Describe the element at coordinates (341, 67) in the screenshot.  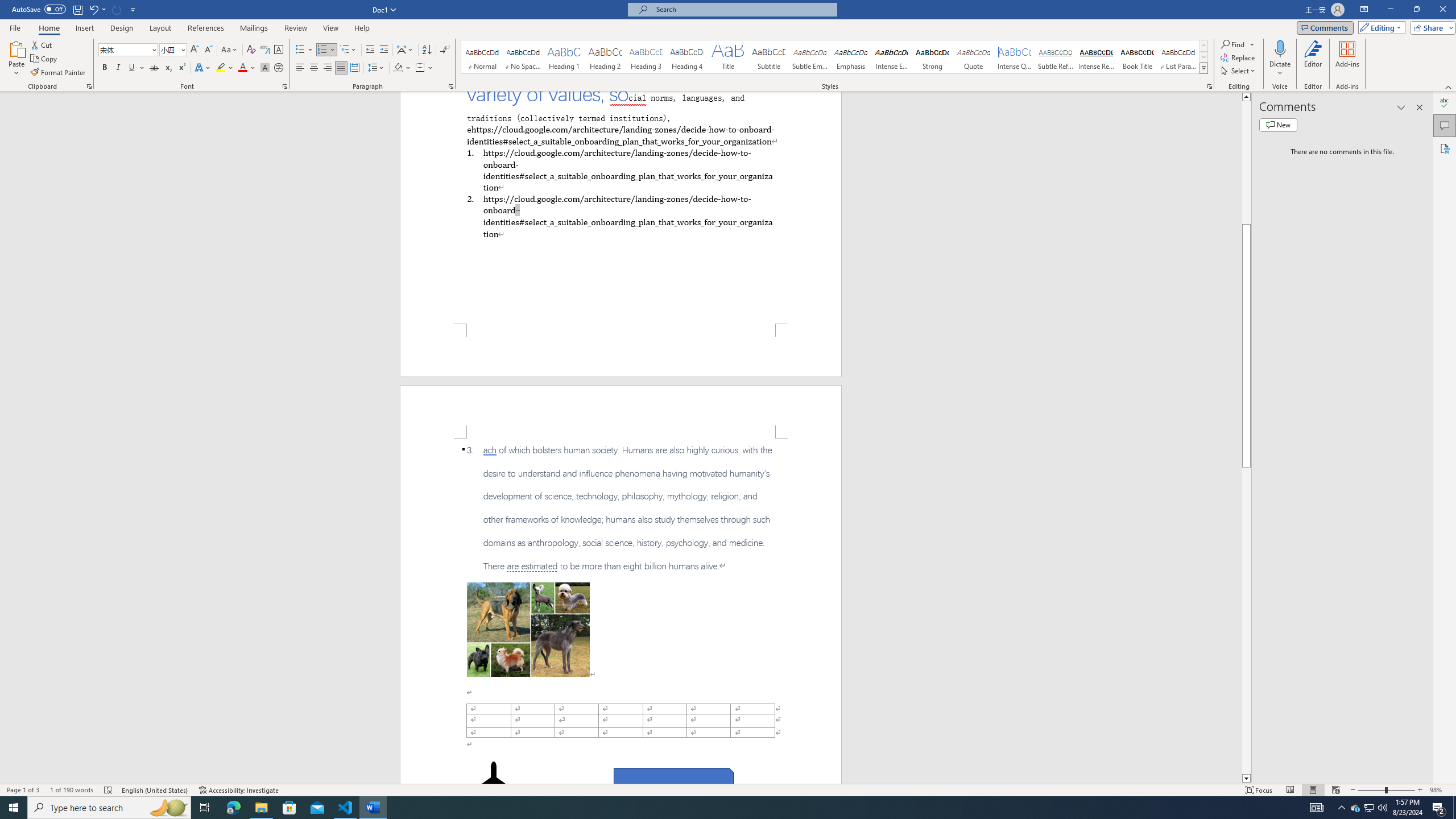
I see `'Justify'` at that location.